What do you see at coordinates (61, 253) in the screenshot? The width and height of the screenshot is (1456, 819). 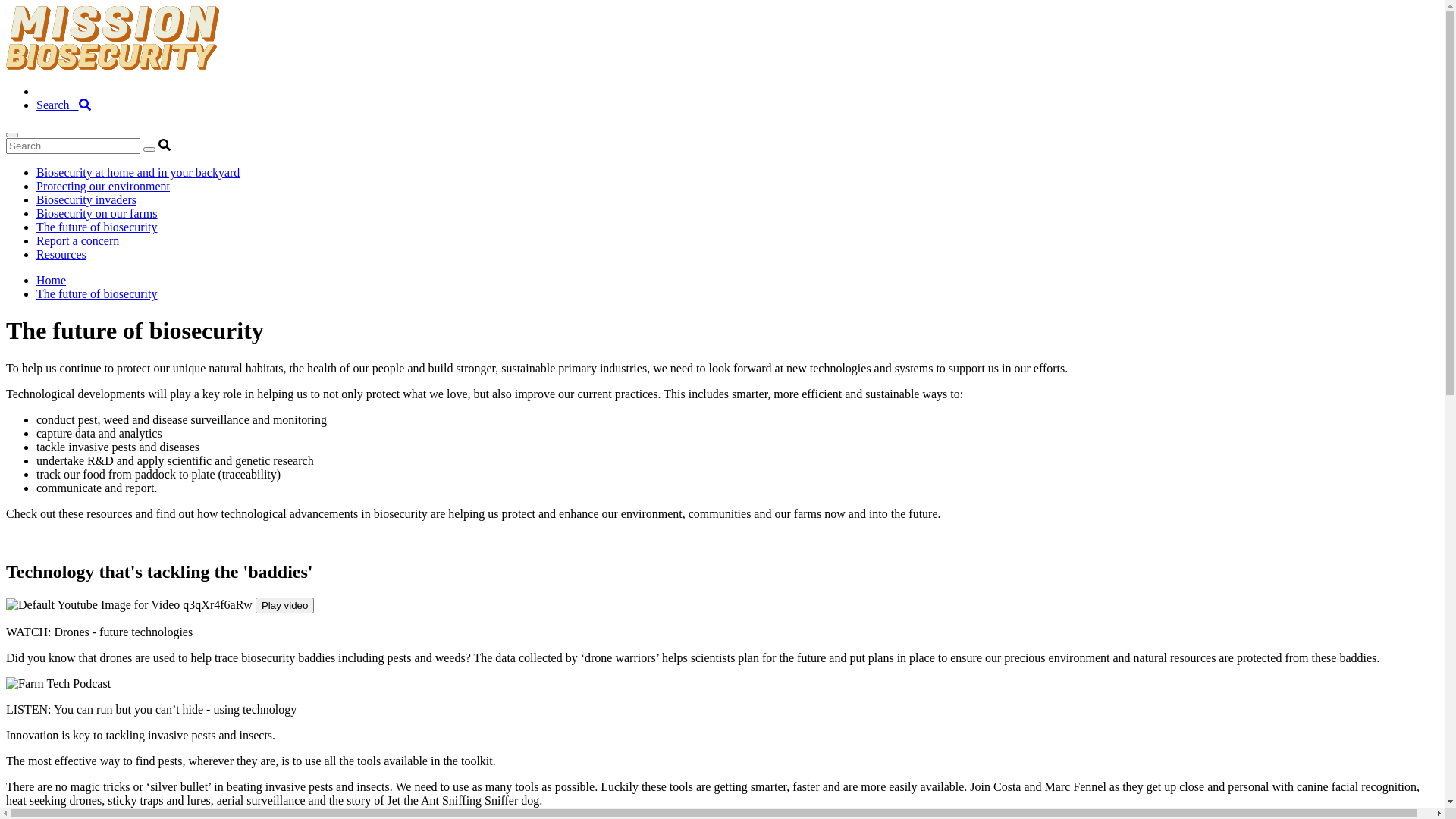 I see `'Resources'` at bounding box center [61, 253].